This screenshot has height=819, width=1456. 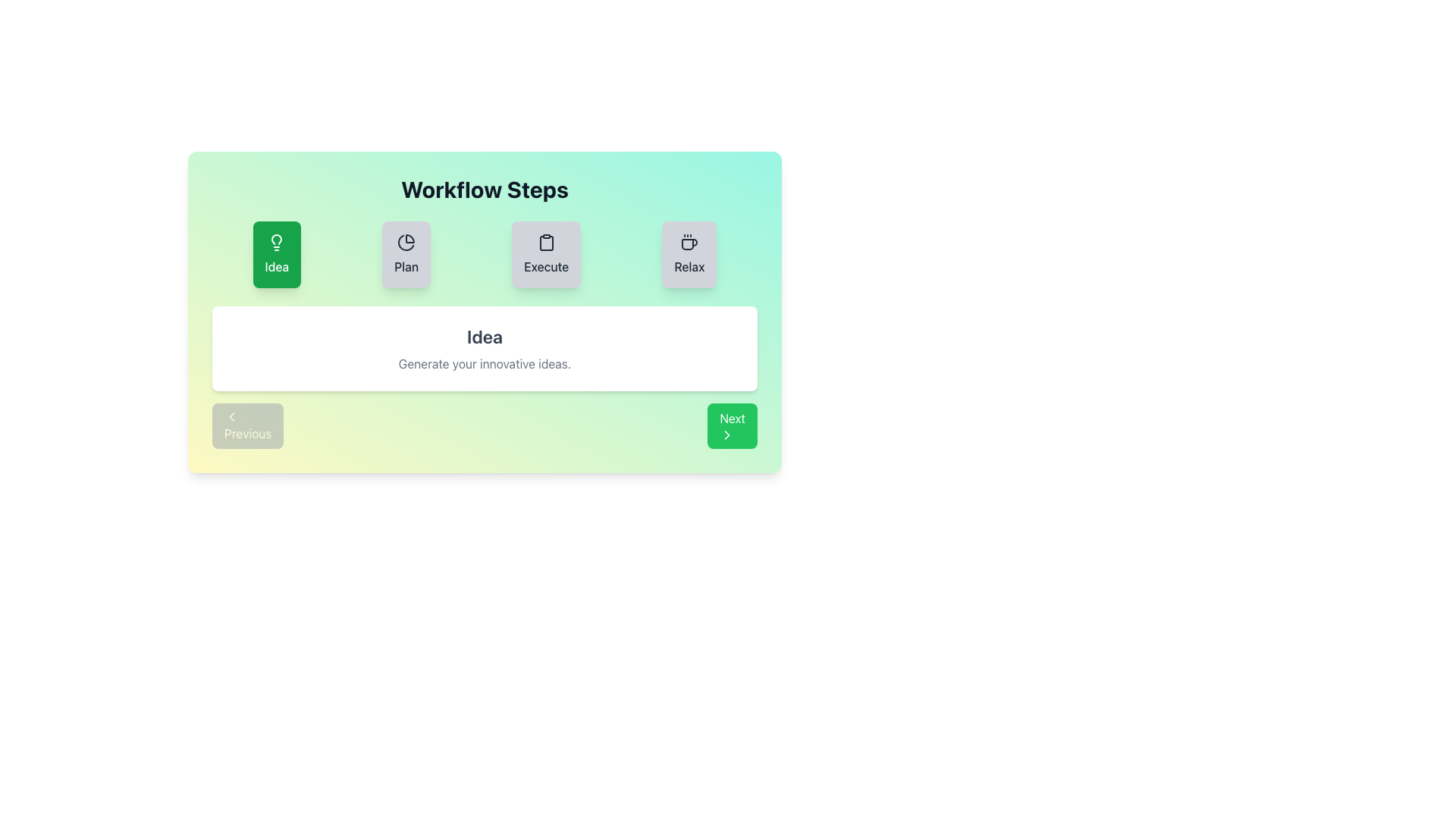 What do you see at coordinates (484, 335) in the screenshot?
I see `the heading text element that indicates the current step within the section, located centrally in the white rectangular step detail box above the text 'Generate your innovative ideas.'` at bounding box center [484, 335].